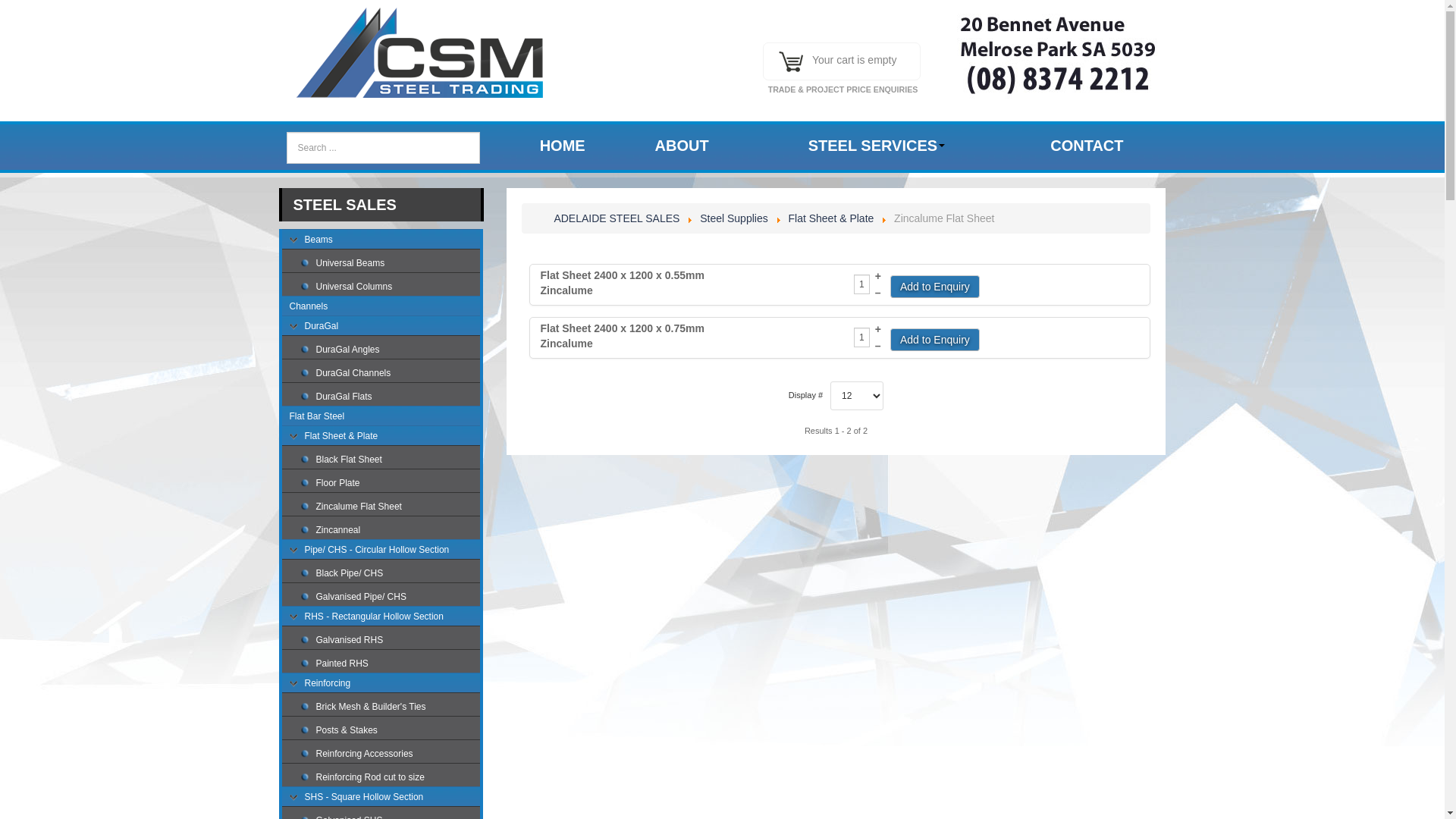 The width and height of the screenshot is (1456, 819). Describe the element at coordinates (390, 460) in the screenshot. I see `'Black Flat Sheet'` at that location.